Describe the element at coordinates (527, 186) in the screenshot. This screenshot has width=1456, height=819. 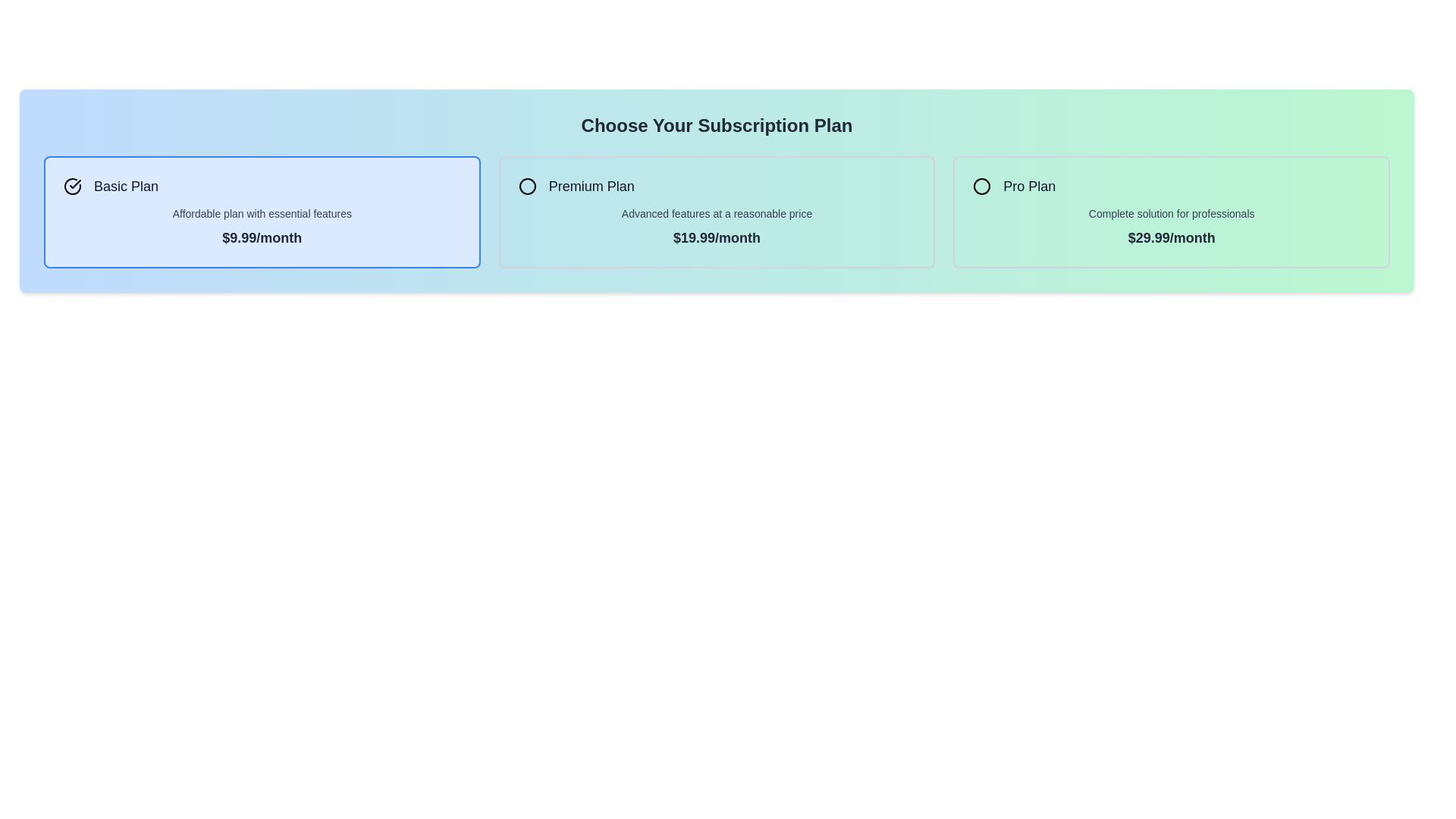
I see `the circular SVG element with the class 'lucide-circle' associated with the 'Premium Plan'` at that location.